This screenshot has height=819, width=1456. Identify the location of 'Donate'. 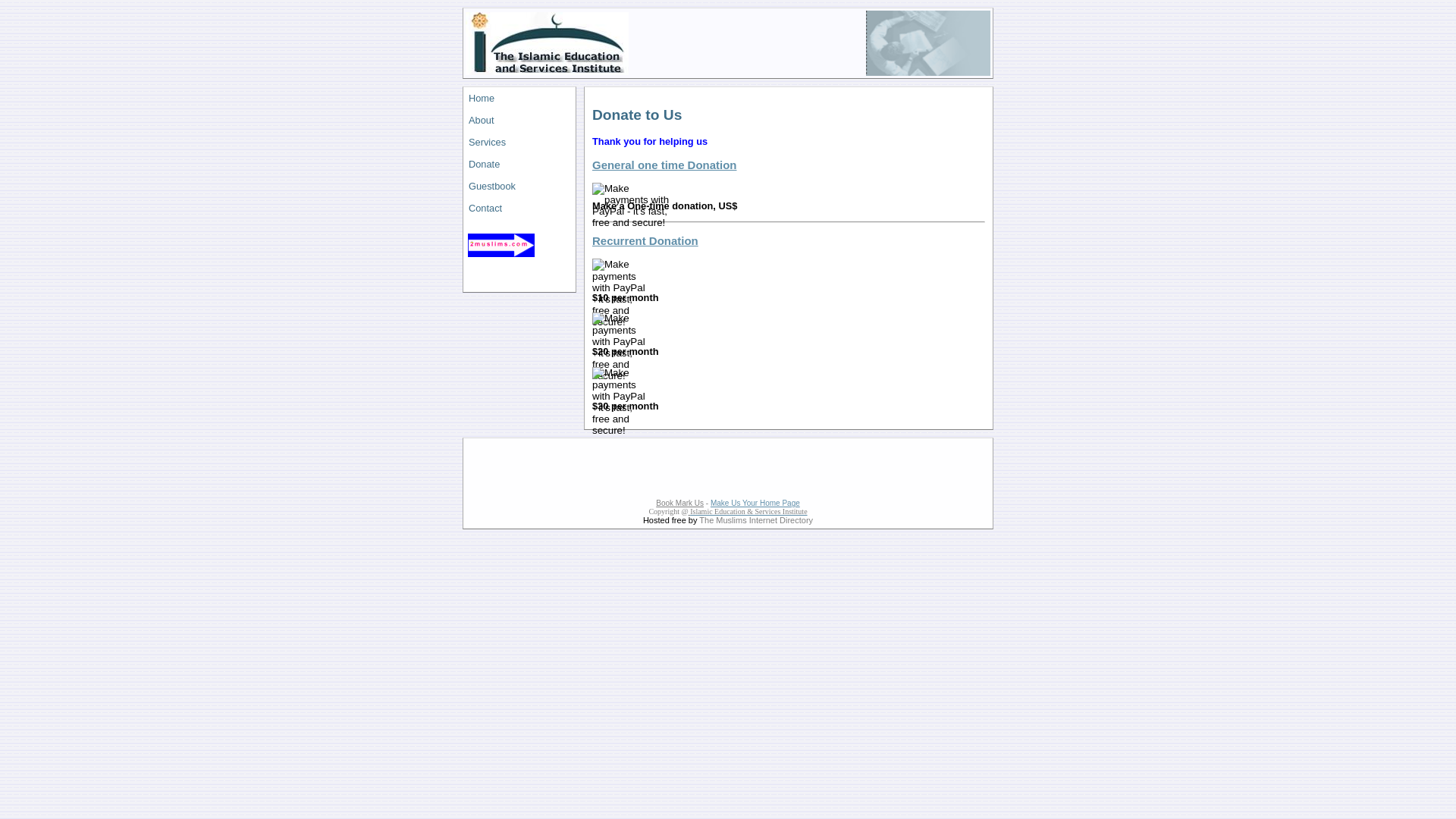
(519, 164).